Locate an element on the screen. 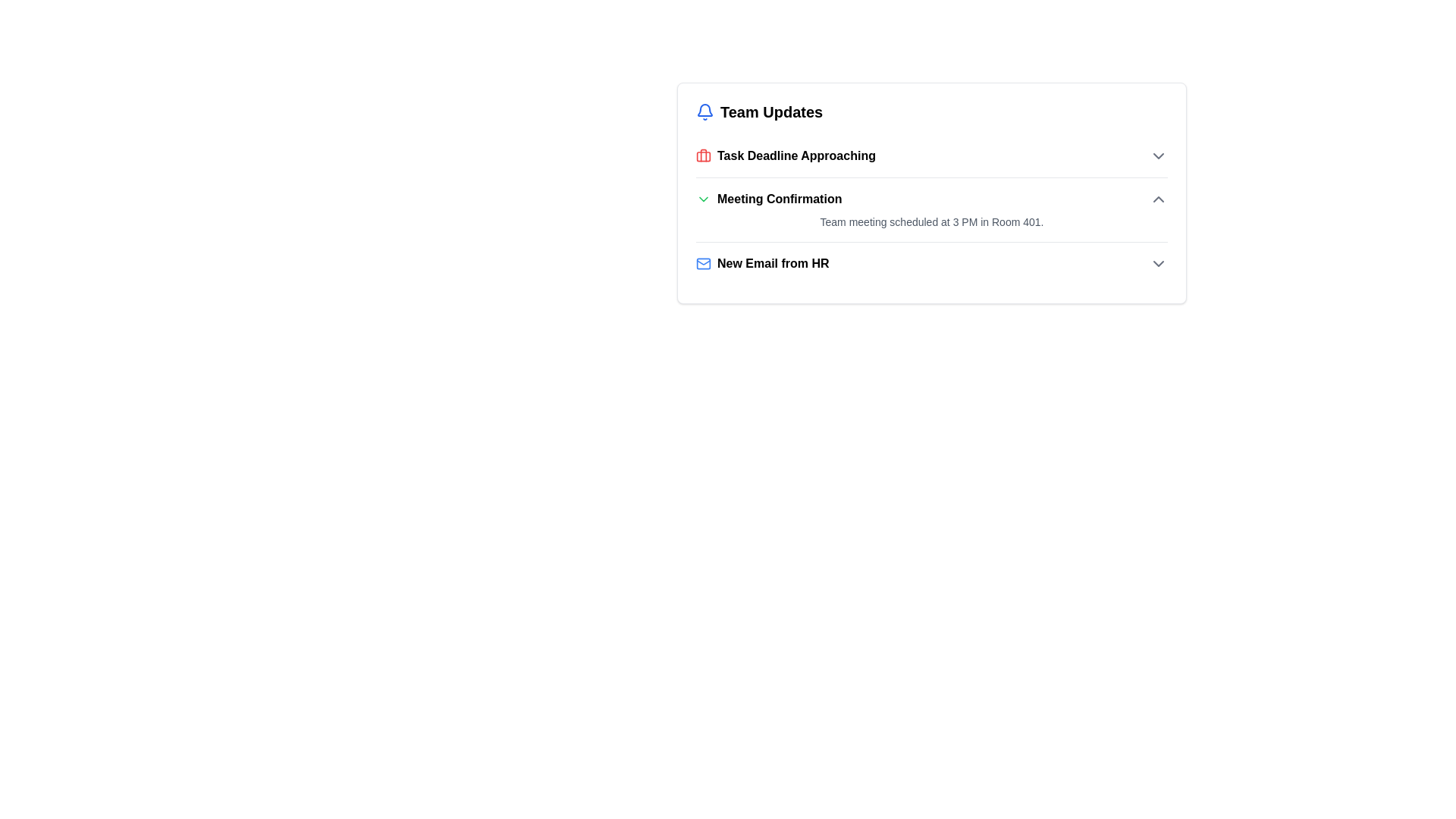 Image resolution: width=1456 pixels, height=819 pixels. the bell icon located to the left of the 'Team Updates' text is located at coordinates (704, 111).